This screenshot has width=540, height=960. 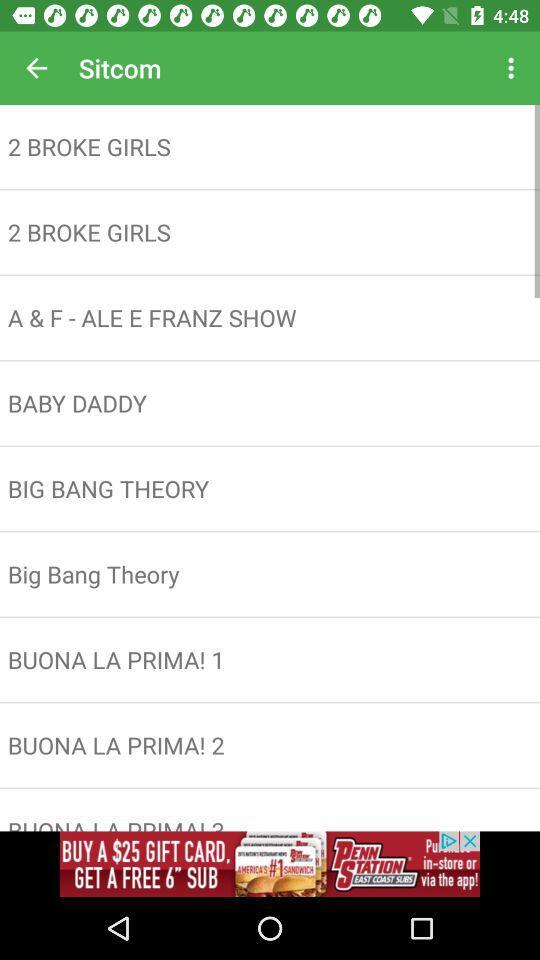 What do you see at coordinates (270, 863) in the screenshot?
I see `open an advertisement` at bounding box center [270, 863].